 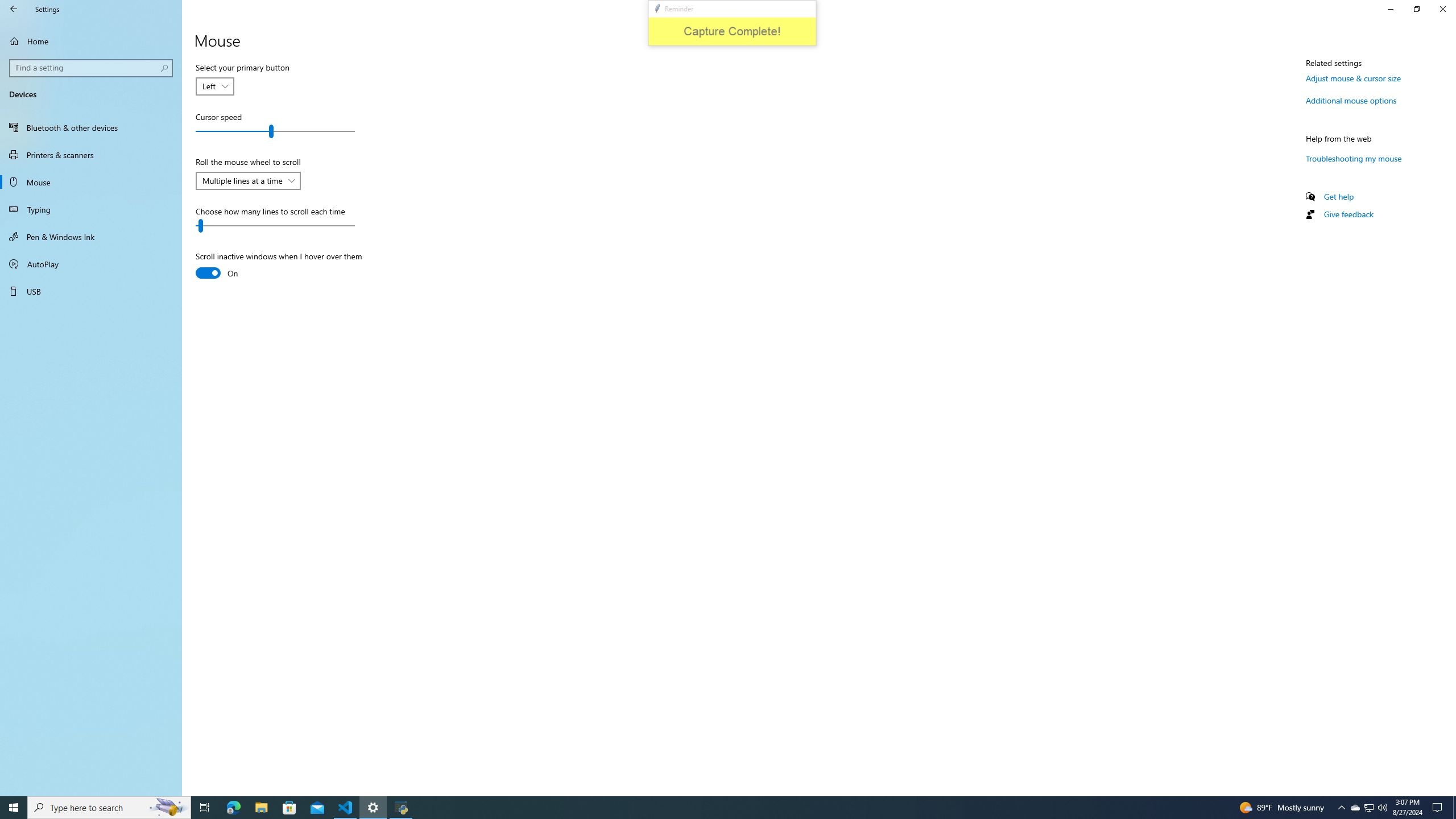 What do you see at coordinates (373, 806) in the screenshot?
I see `'Settings - 1 running window'` at bounding box center [373, 806].